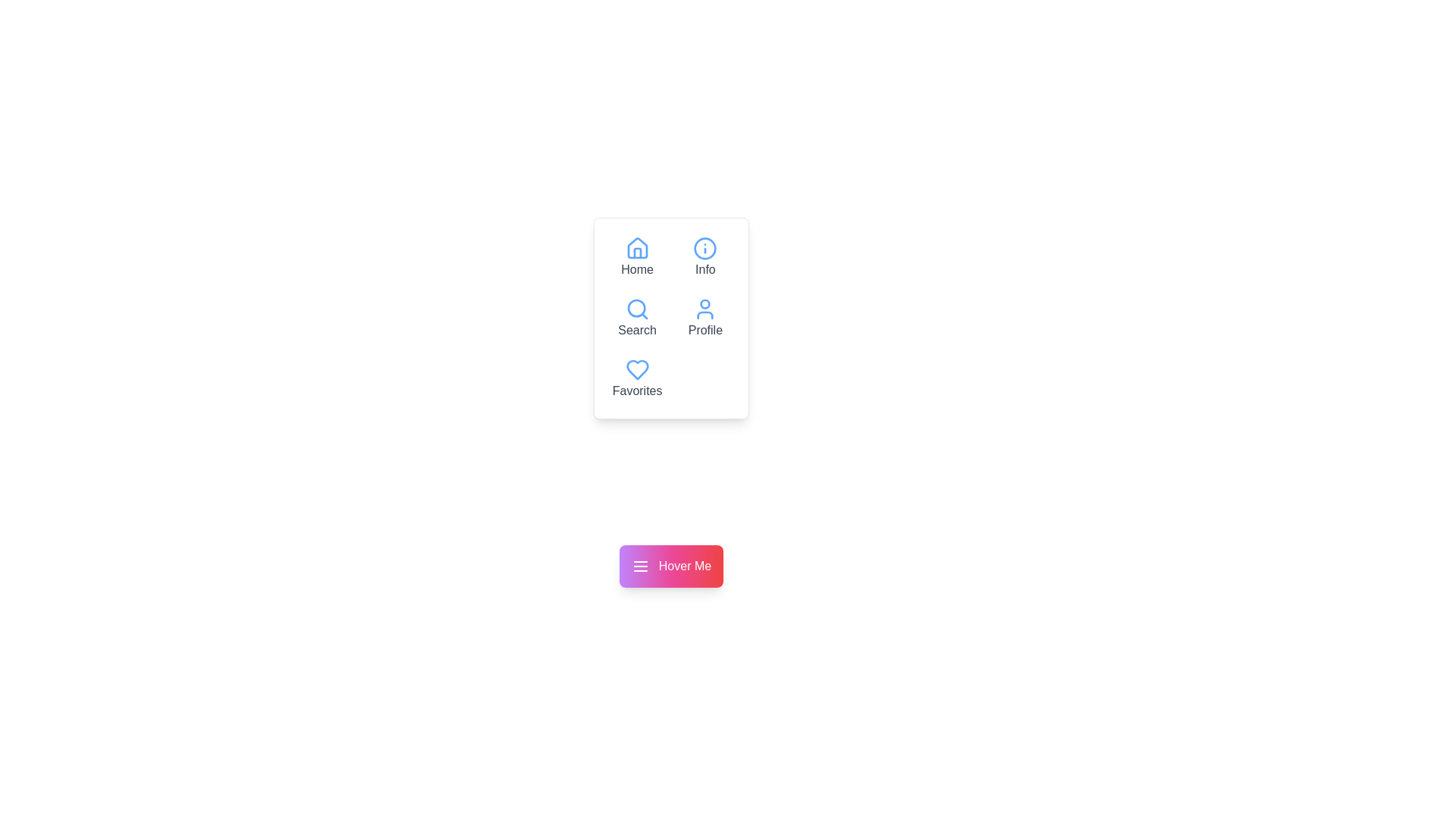 This screenshot has height=819, width=1456. I want to click on the menu icon located on the left side of the 'Hover Me' button at the bottom center of the interface, so click(640, 566).